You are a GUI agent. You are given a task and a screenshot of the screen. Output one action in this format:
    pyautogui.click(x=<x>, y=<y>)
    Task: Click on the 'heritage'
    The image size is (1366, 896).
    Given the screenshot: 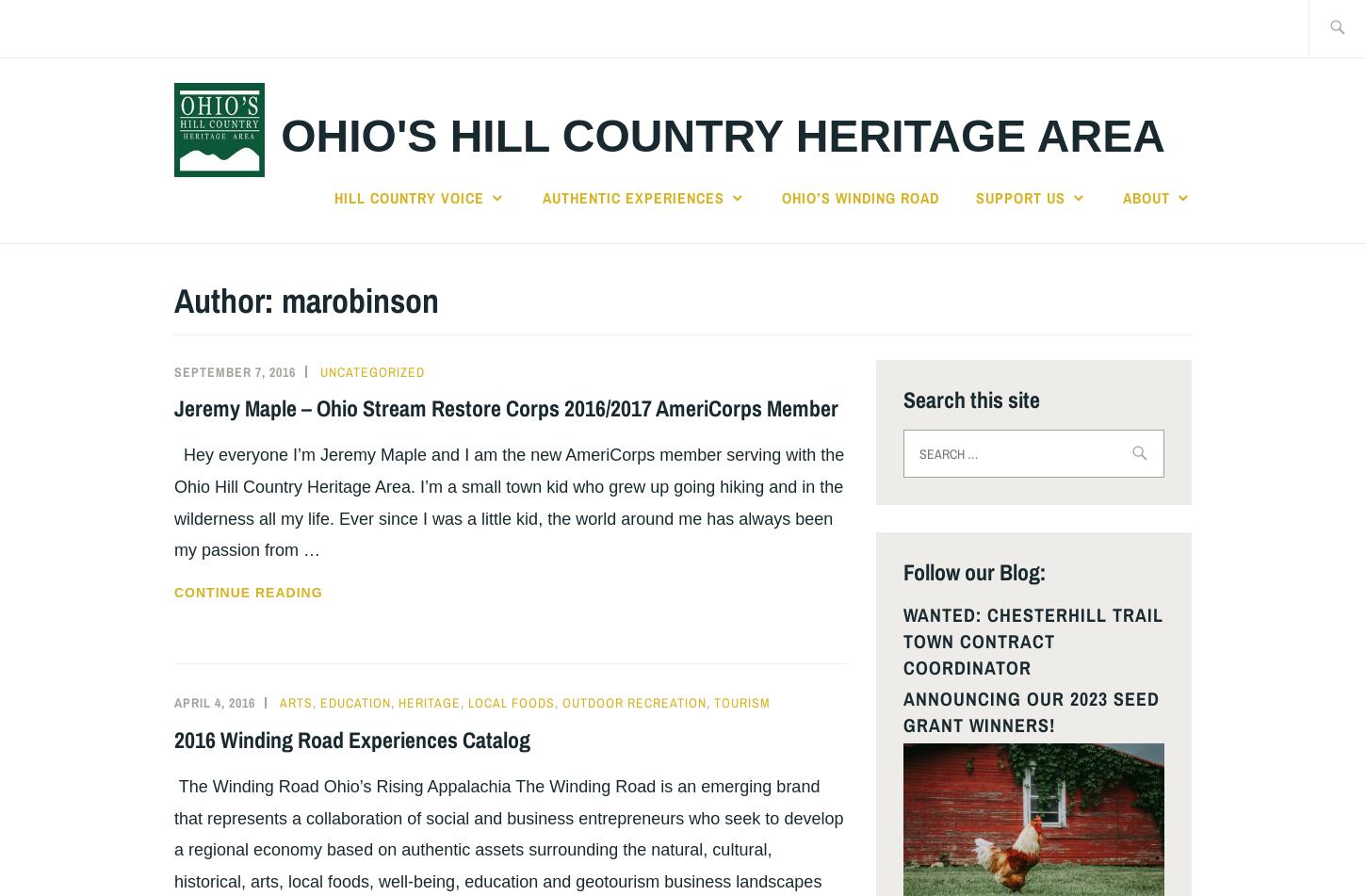 What is the action you would take?
    pyautogui.click(x=429, y=701)
    